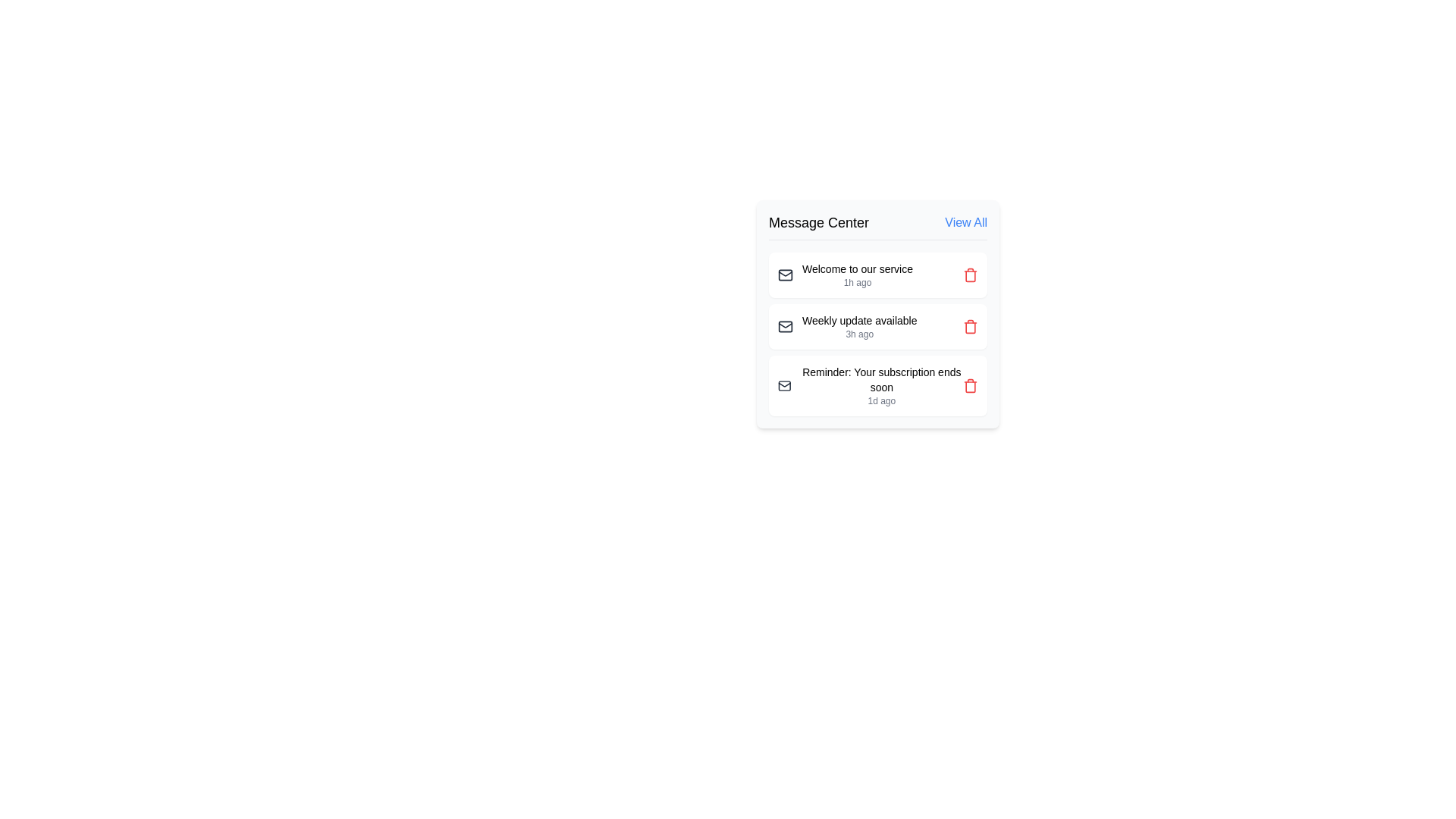  What do you see at coordinates (858, 283) in the screenshot?
I see `the static text label element that displays the timestamp in the notification card under the 'Welcome to our service' title in the 'Message Center' interface` at bounding box center [858, 283].